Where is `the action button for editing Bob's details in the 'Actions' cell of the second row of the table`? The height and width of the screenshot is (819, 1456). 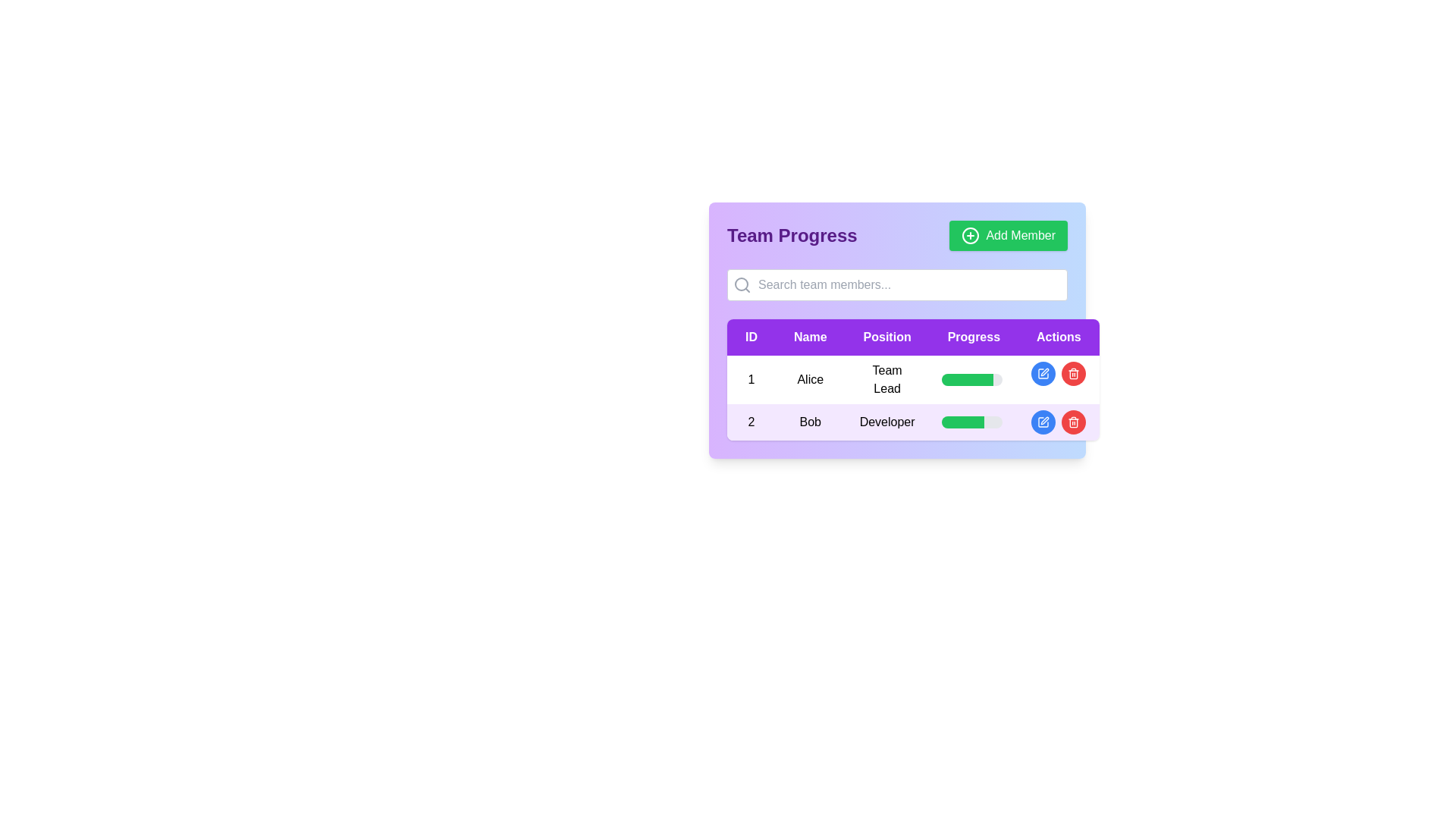
the action button for editing Bob's details in the 'Actions' cell of the second row of the table is located at coordinates (1043, 422).